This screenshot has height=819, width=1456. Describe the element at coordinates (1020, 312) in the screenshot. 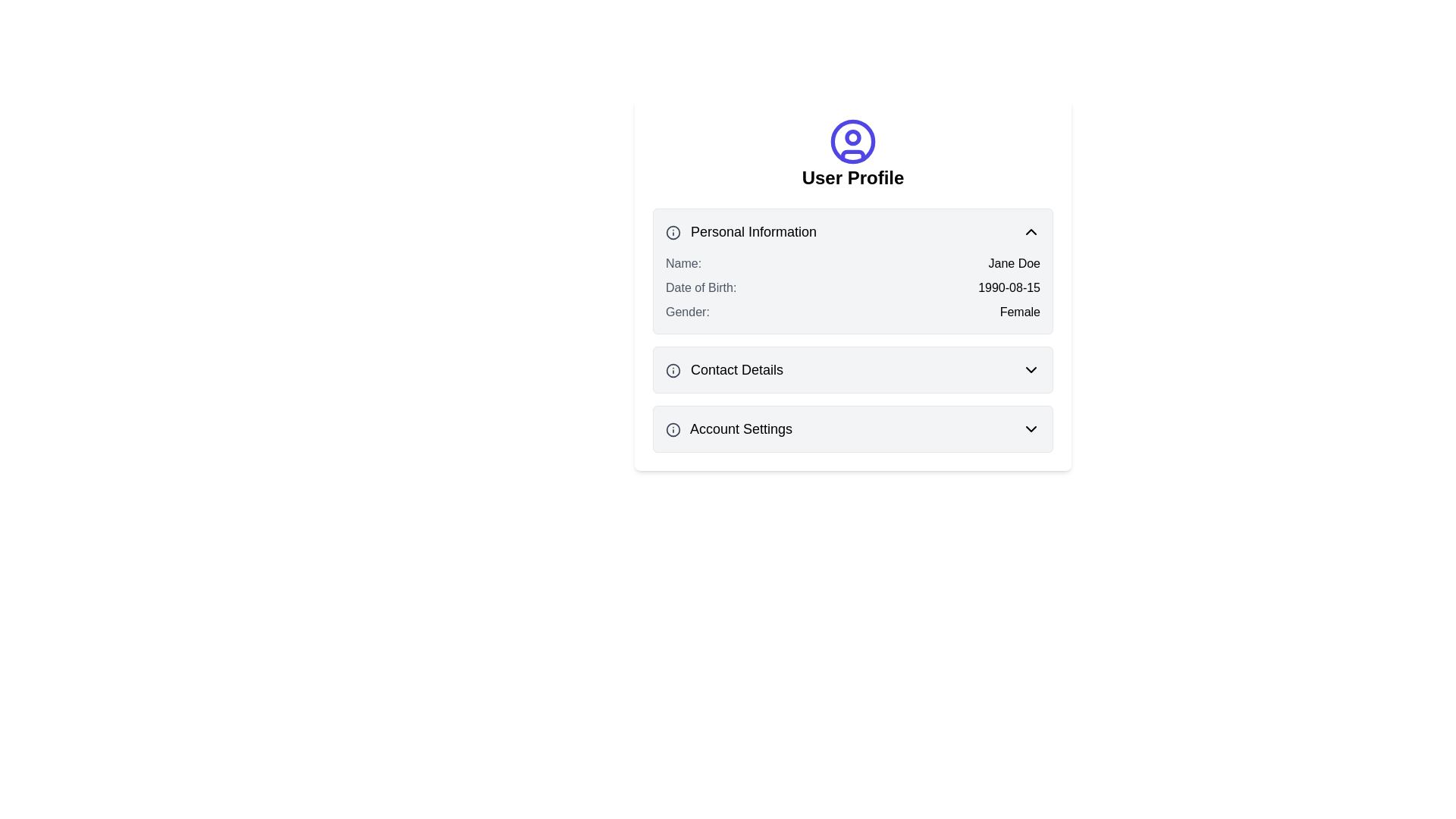

I see `the text label displaying 'Female' in black font within the 'Personal Information' panel of the 'User Profile' section, located to the right of the 'Gender:' label` at that location.